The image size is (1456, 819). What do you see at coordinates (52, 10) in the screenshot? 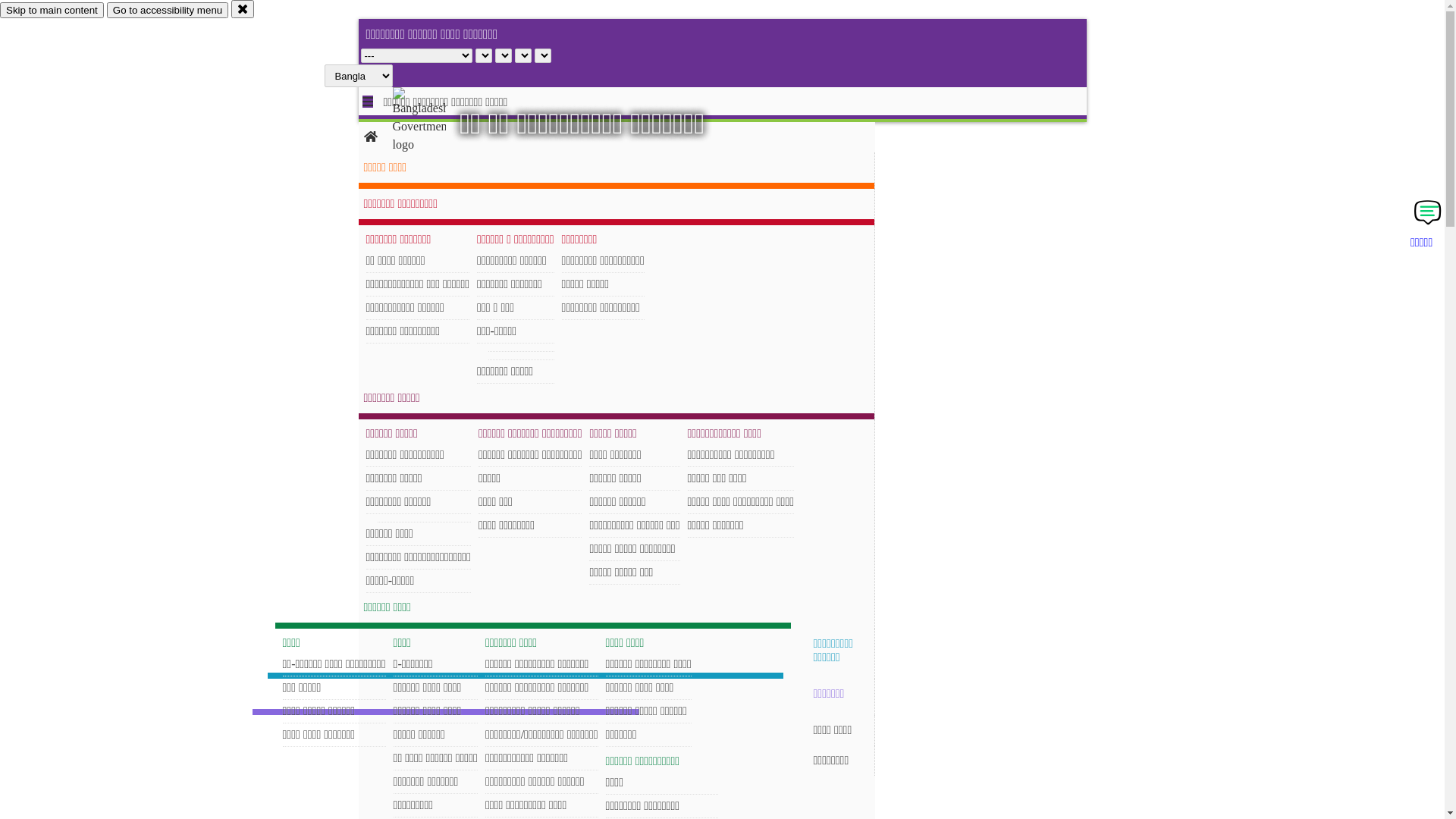
I see `'Skip to main content'` at bounding box center [52, 10].